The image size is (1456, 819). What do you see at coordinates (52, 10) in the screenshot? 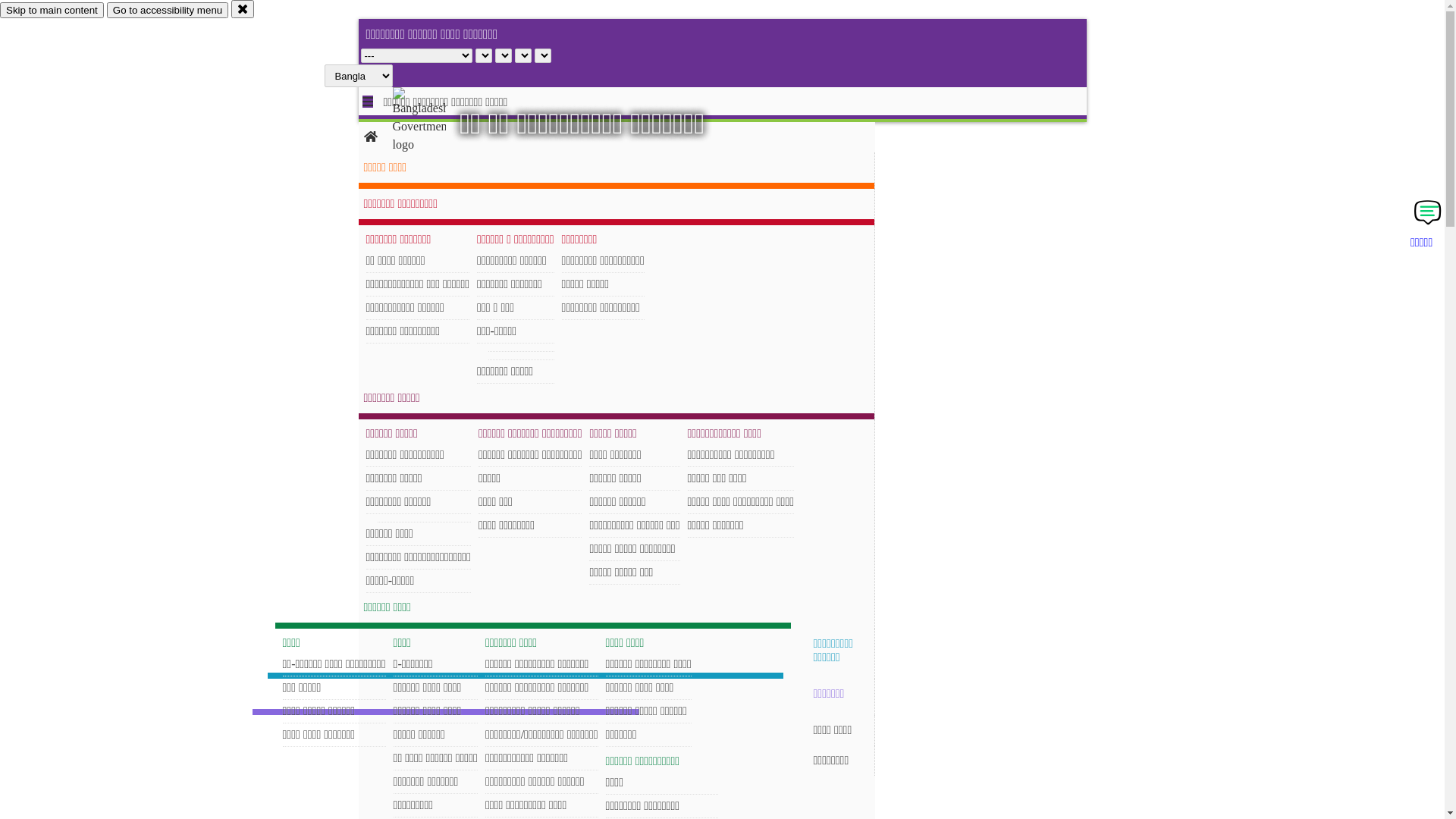
I see `'Skip to main content'` at bounding box center [52, 10].